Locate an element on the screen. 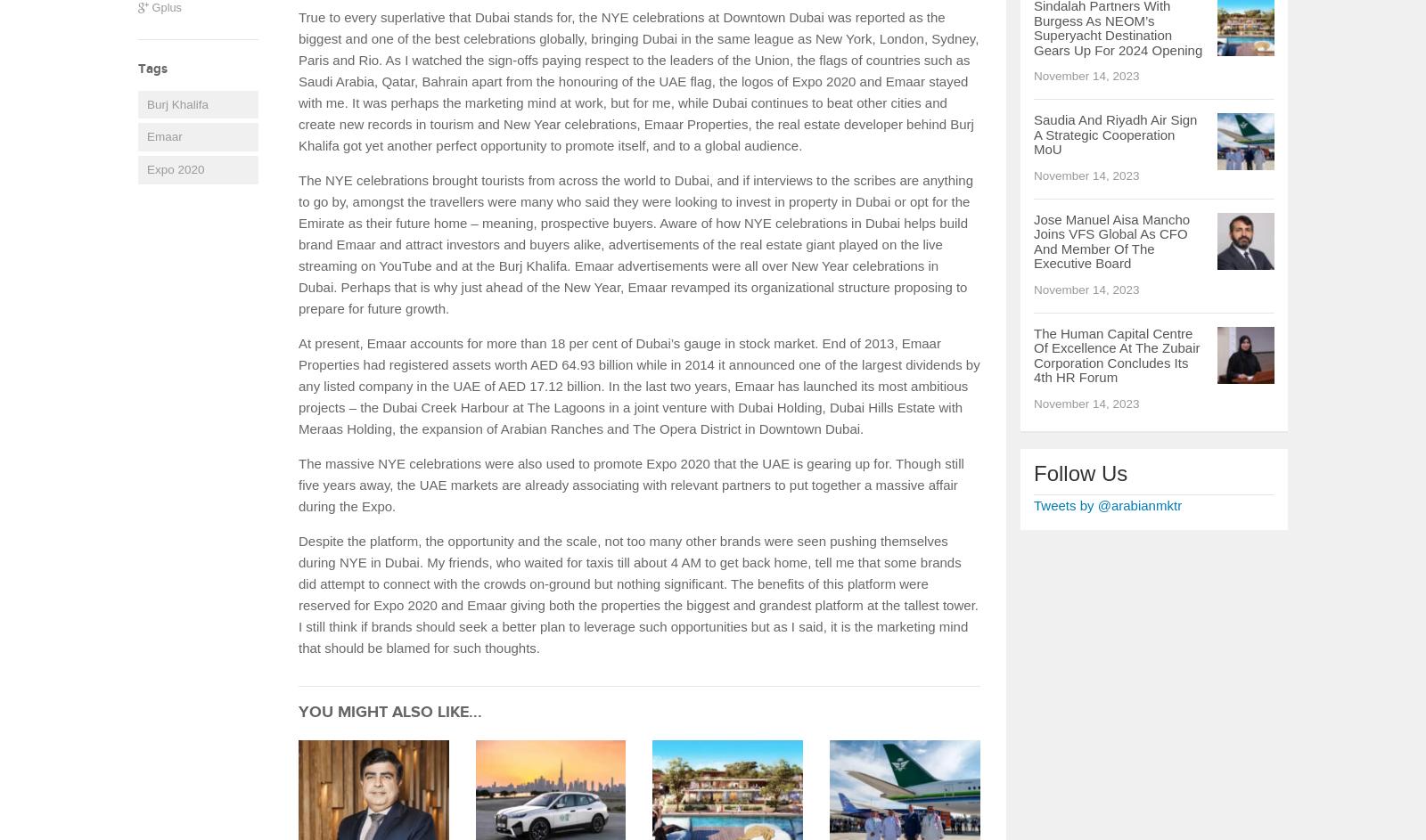 The width and height of the screenshot is (1426, 840). 'Burj Khalifa' is located at coordinates (145, 103).